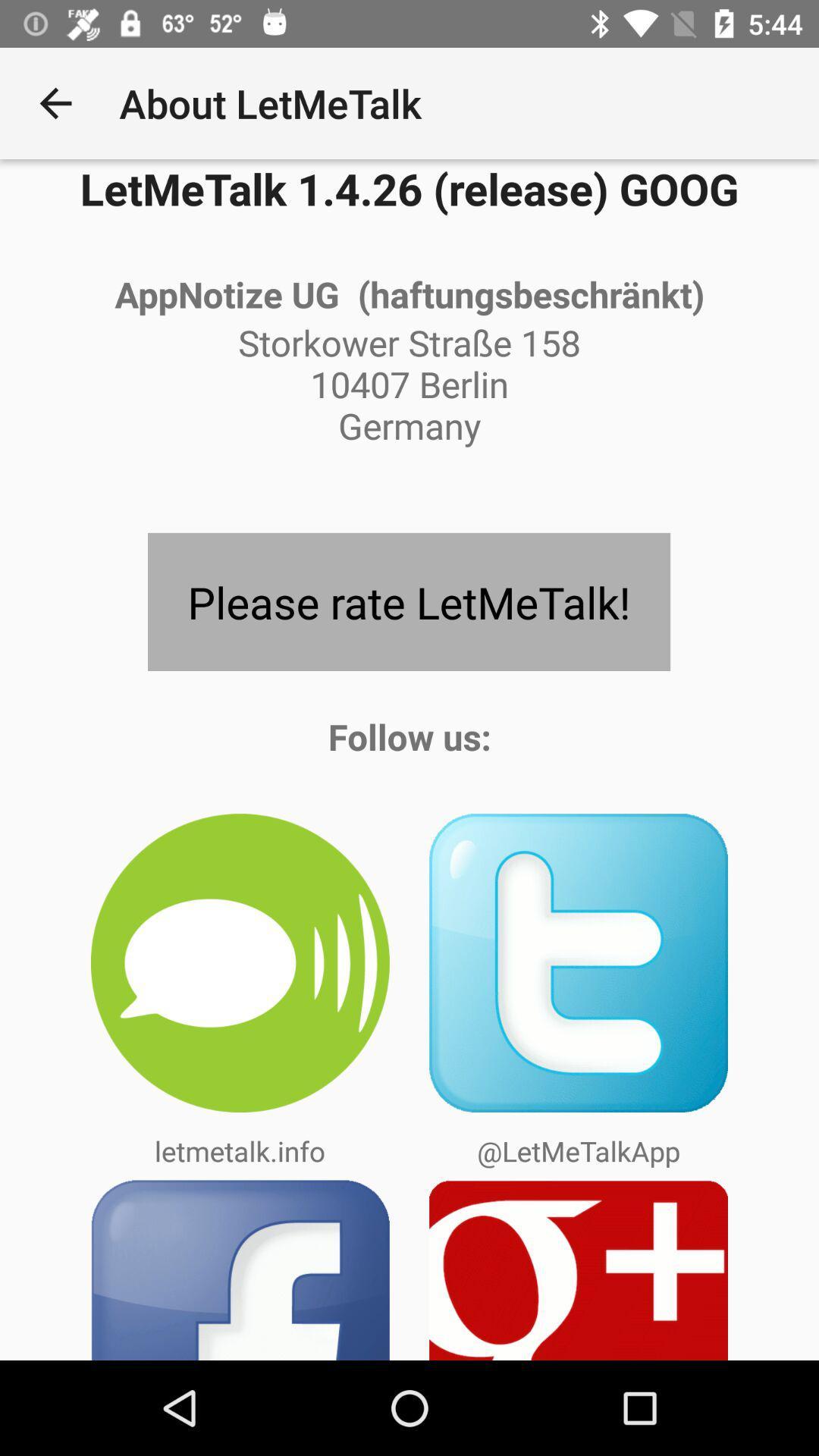  Describe the element at coordinates (579, 1269) in the screenshot. I see `follow letmetalk on google+` at that location.